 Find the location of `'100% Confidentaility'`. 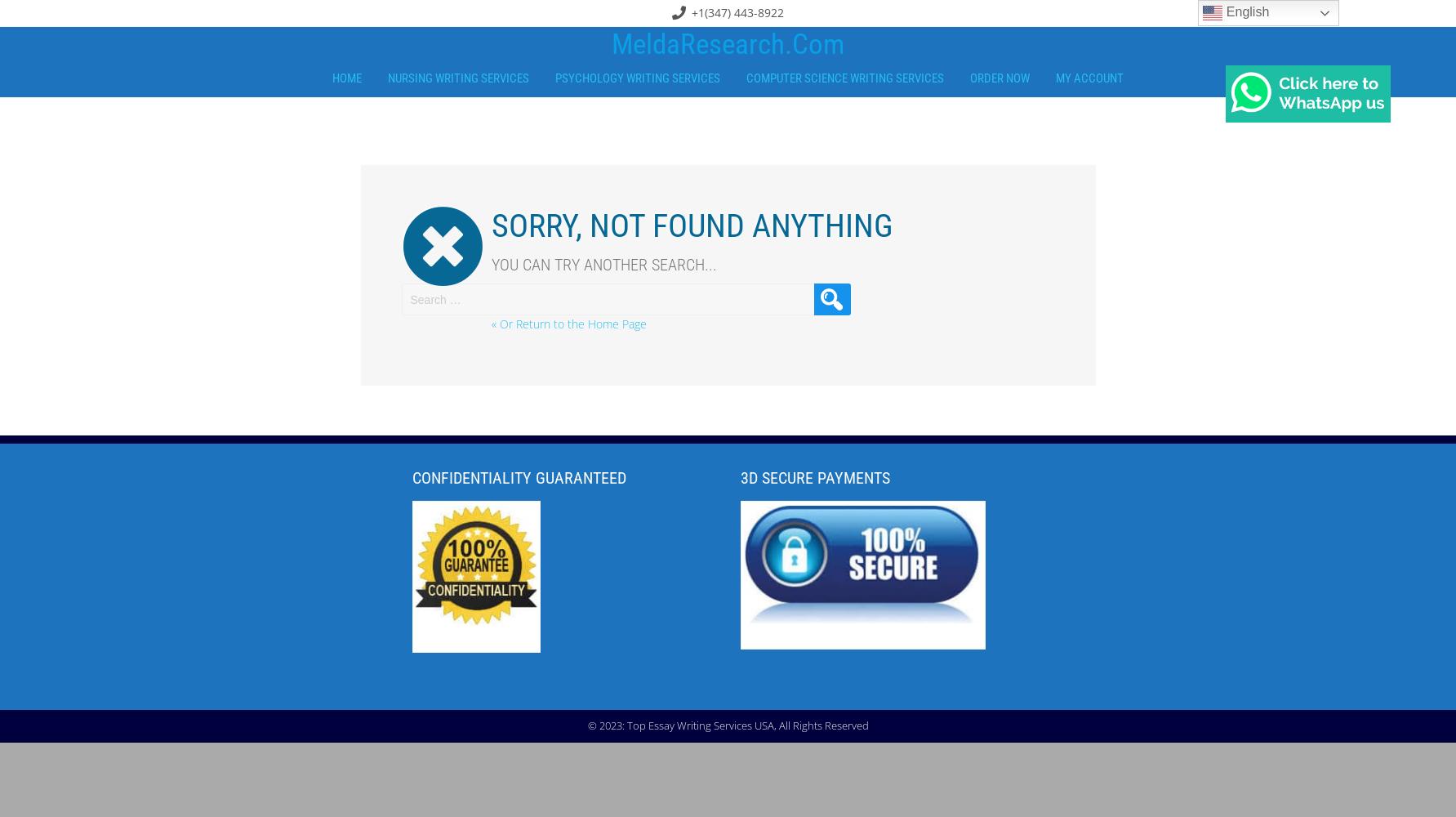

'100% Confidentaility' is located at coordinates (475, 635).